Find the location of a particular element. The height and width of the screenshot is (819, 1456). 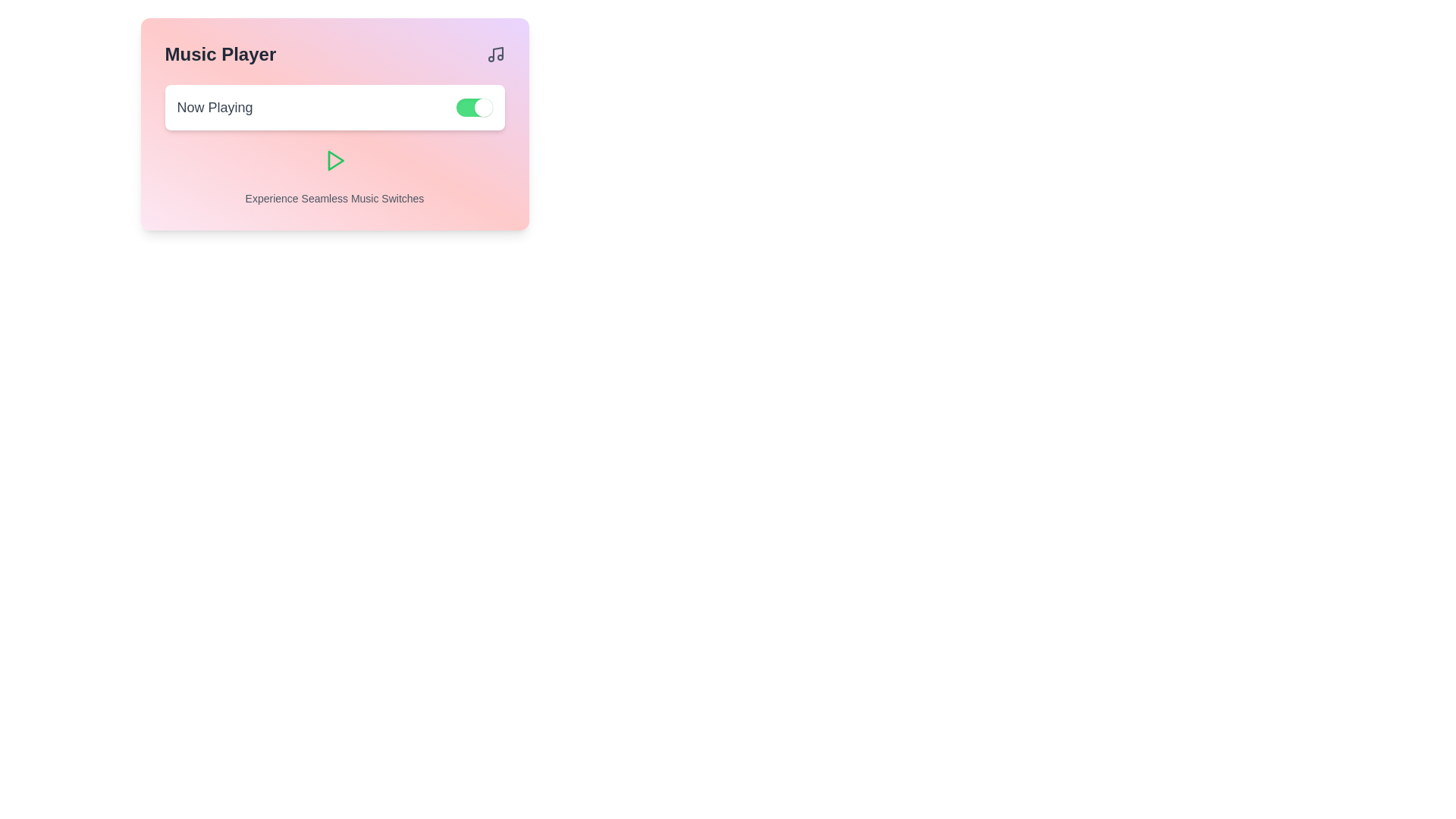

the green play button icon located in the horizontal row at the bottom of the 'Music Player' card is located at coordinates (334, 161).